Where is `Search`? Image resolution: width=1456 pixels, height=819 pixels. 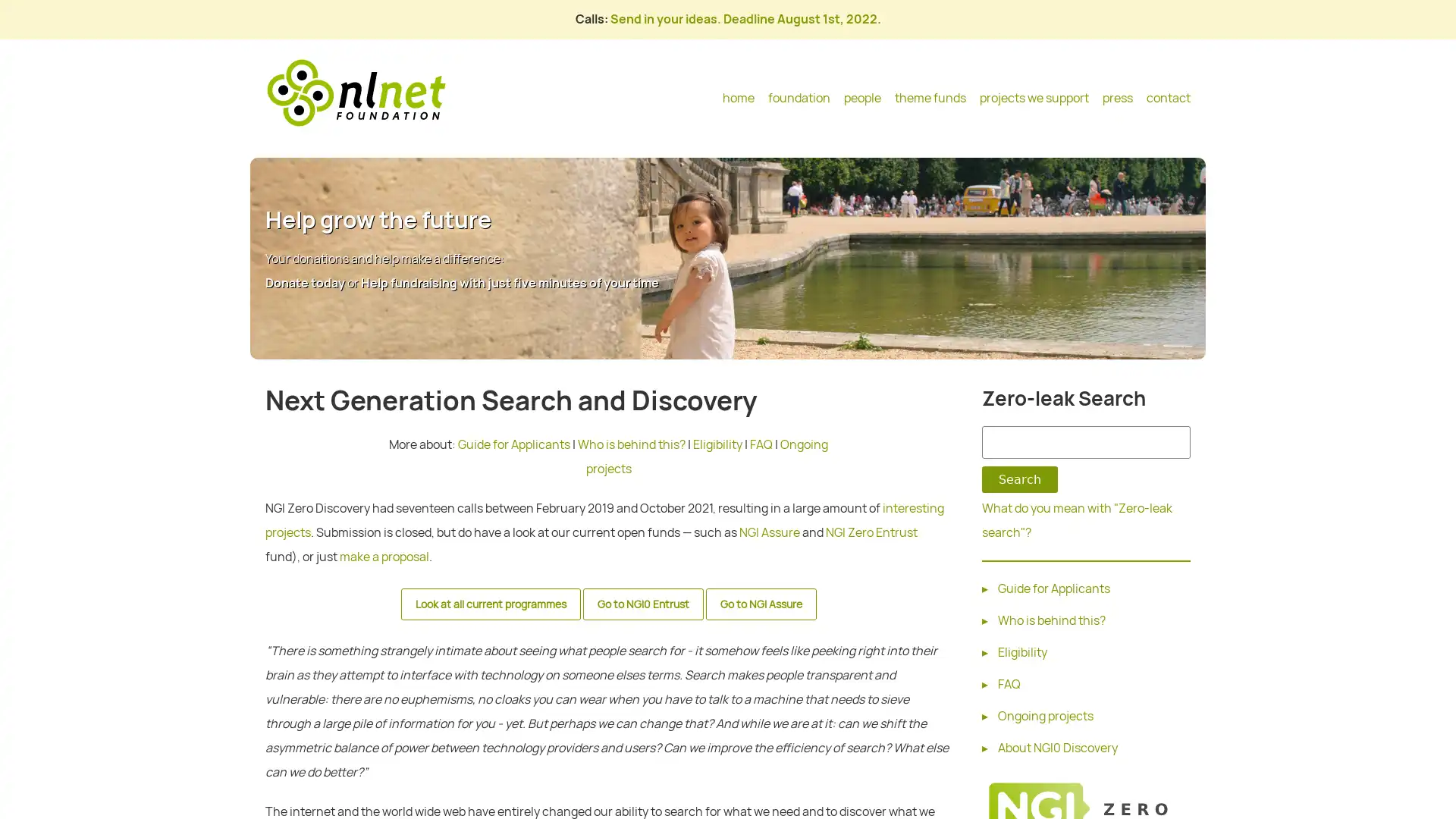
Search is located at coordinates (1019, 479).